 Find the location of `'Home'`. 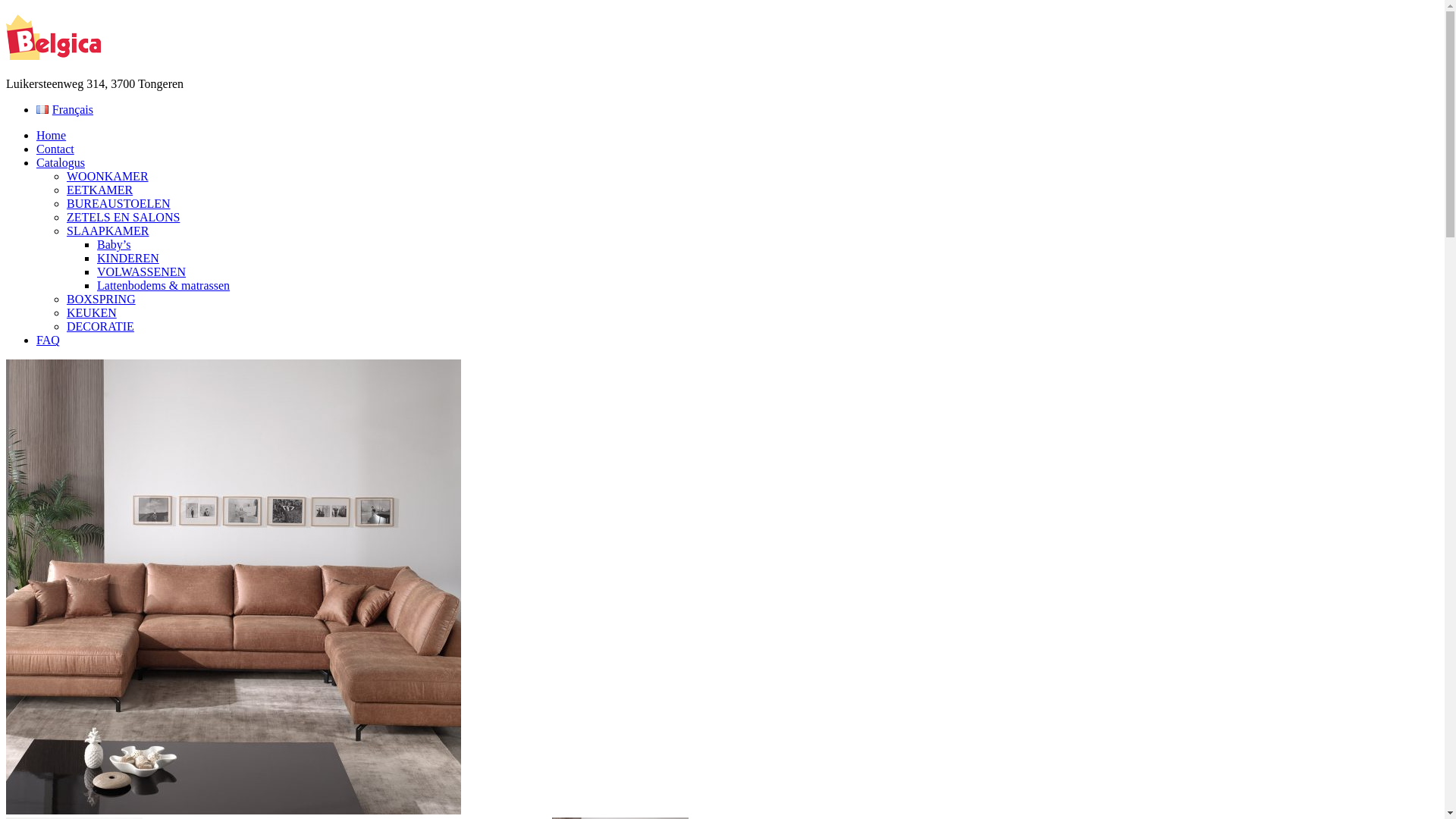

'Home' is located at coordinates (36, 134).